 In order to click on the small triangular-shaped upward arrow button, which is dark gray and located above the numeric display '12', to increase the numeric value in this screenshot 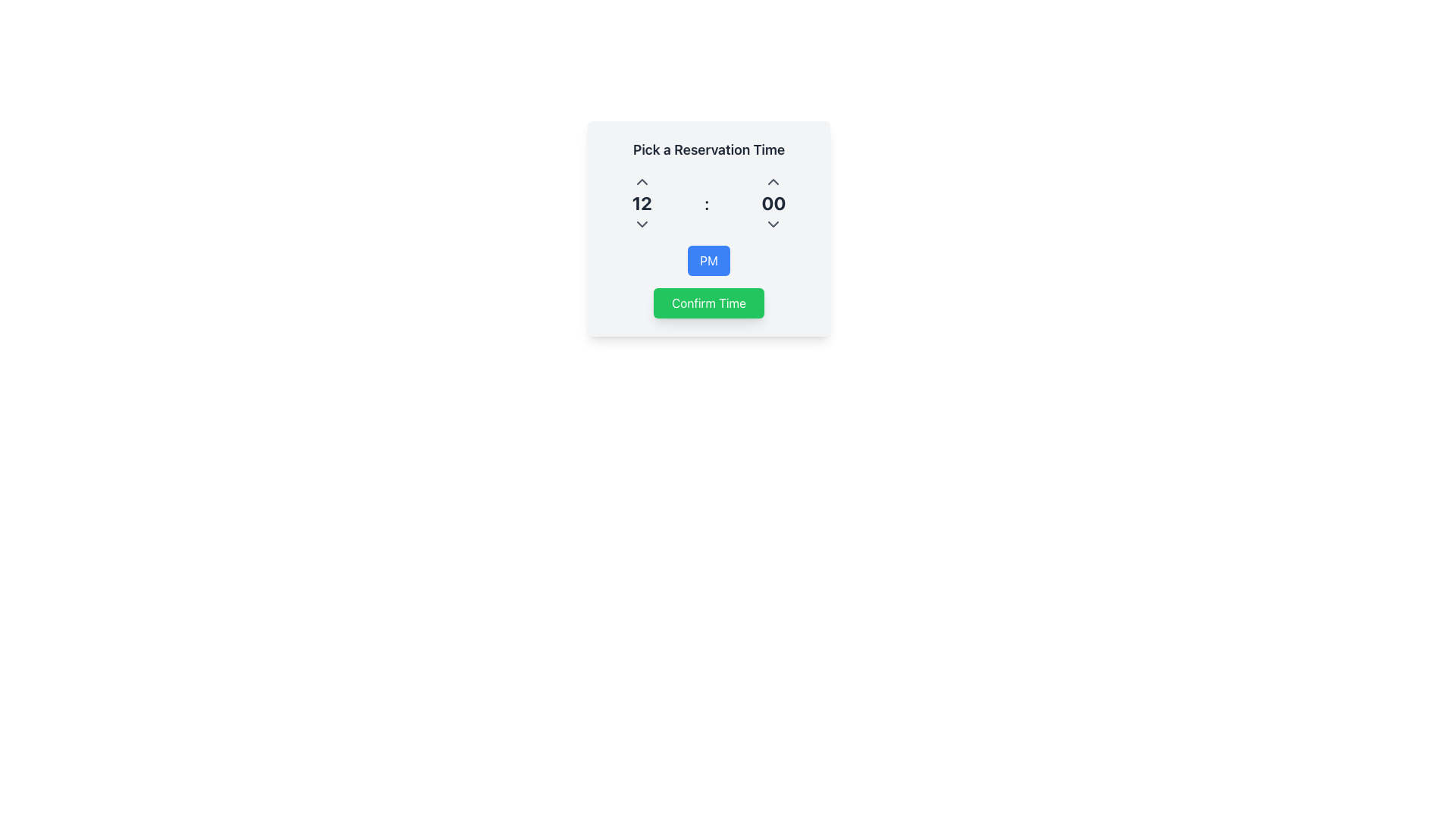, I will do `click(642, 180)`.